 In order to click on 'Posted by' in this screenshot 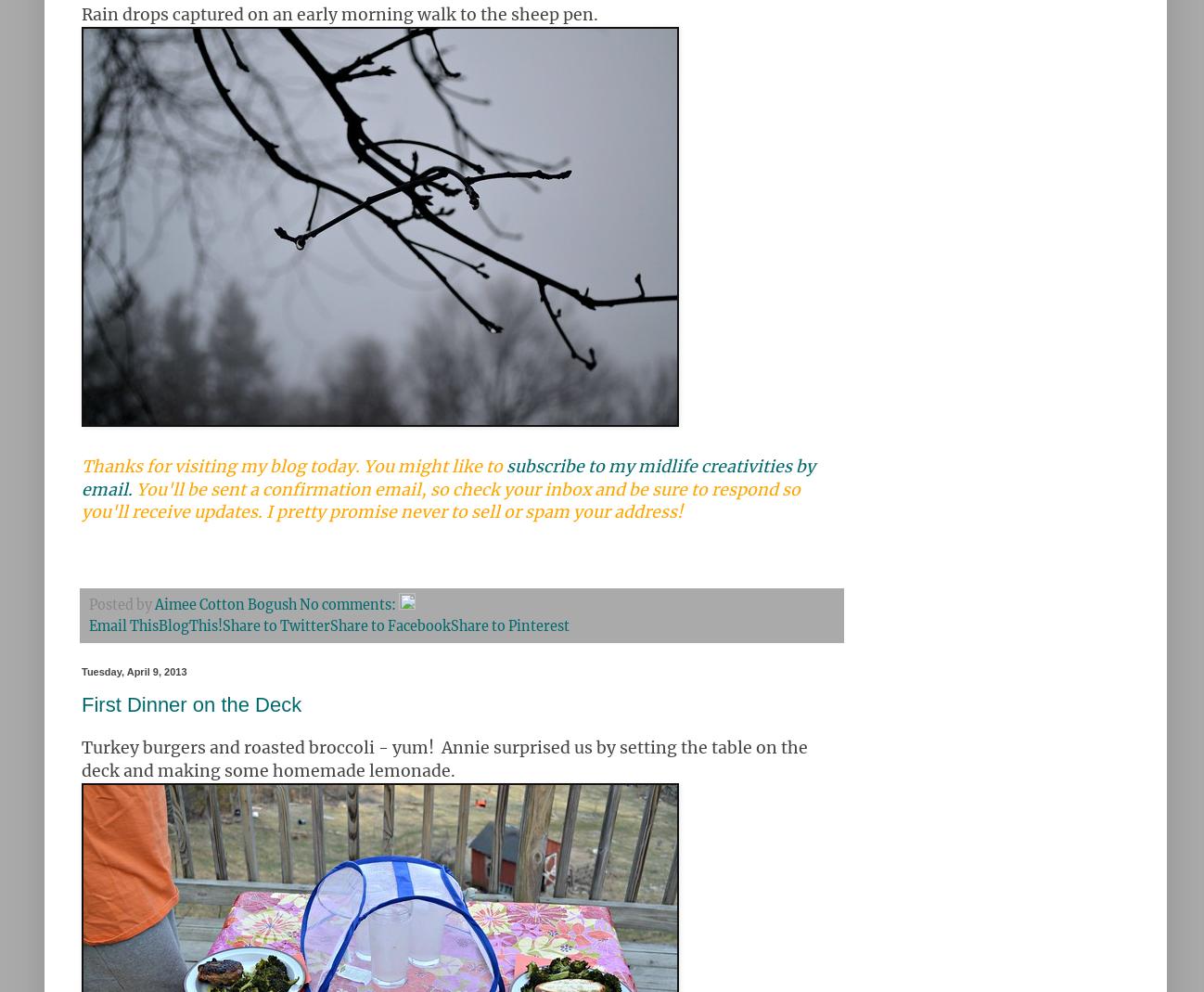, I will do `click(121, 603)`.